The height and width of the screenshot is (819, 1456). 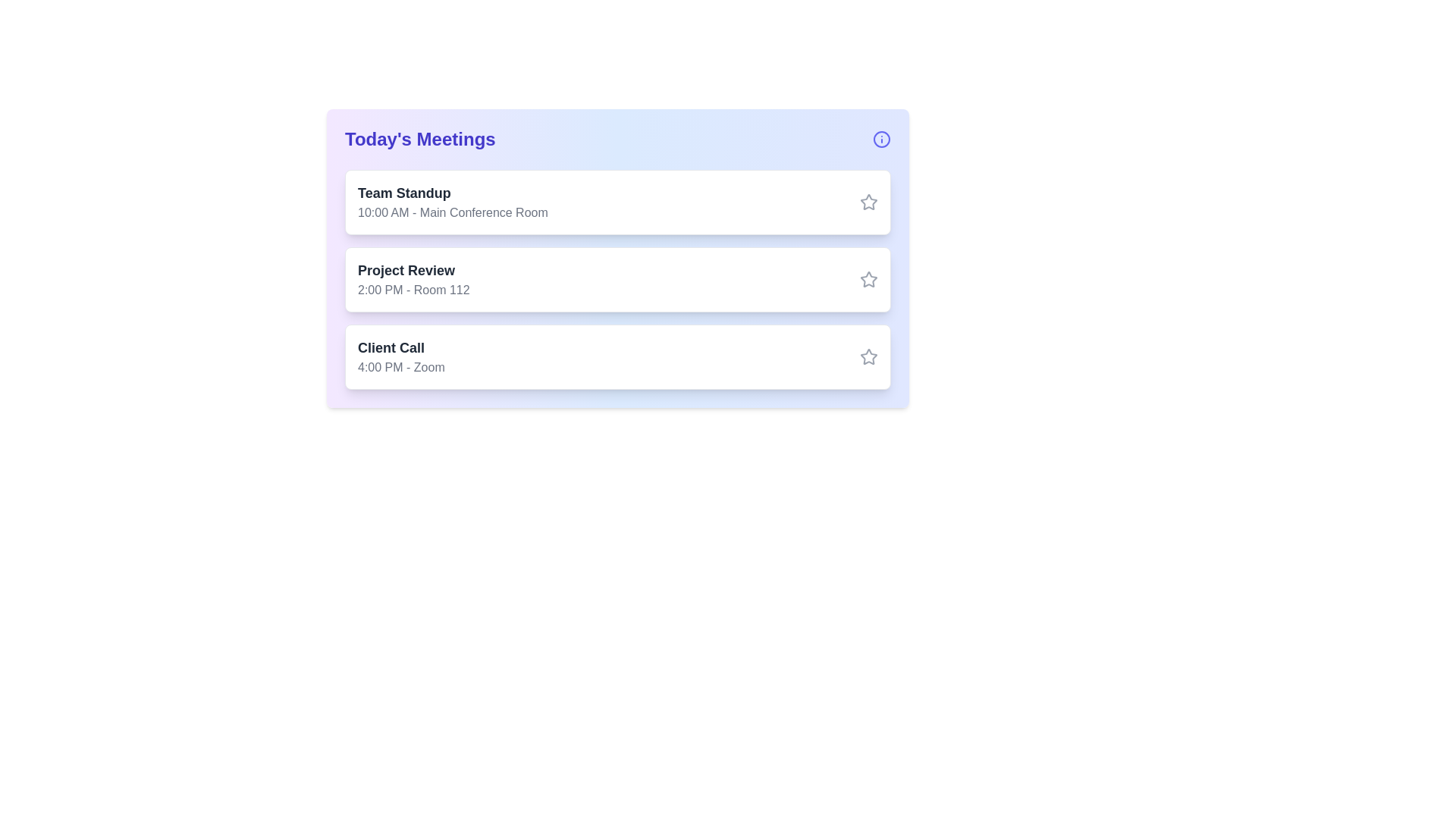 What do you see at coordinates (413, 290) in the screenshot?
I see `the time and location indicator text label for the 'Project Review' meeting, which is positioned below the meeting title and above the visual separation line` at bounding box center [413, 290].